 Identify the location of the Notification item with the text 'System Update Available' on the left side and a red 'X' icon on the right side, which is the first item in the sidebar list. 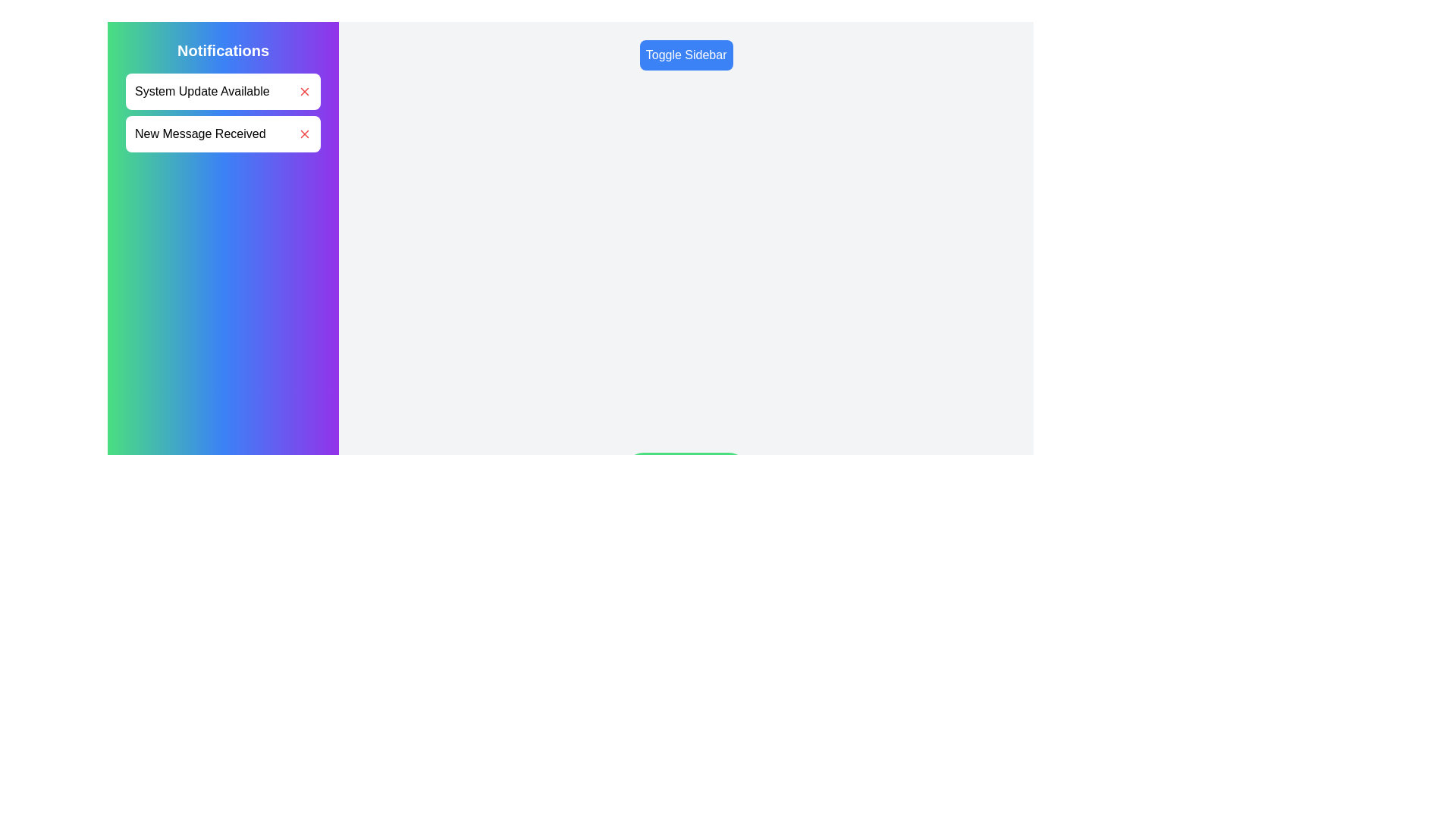
(222, 91).